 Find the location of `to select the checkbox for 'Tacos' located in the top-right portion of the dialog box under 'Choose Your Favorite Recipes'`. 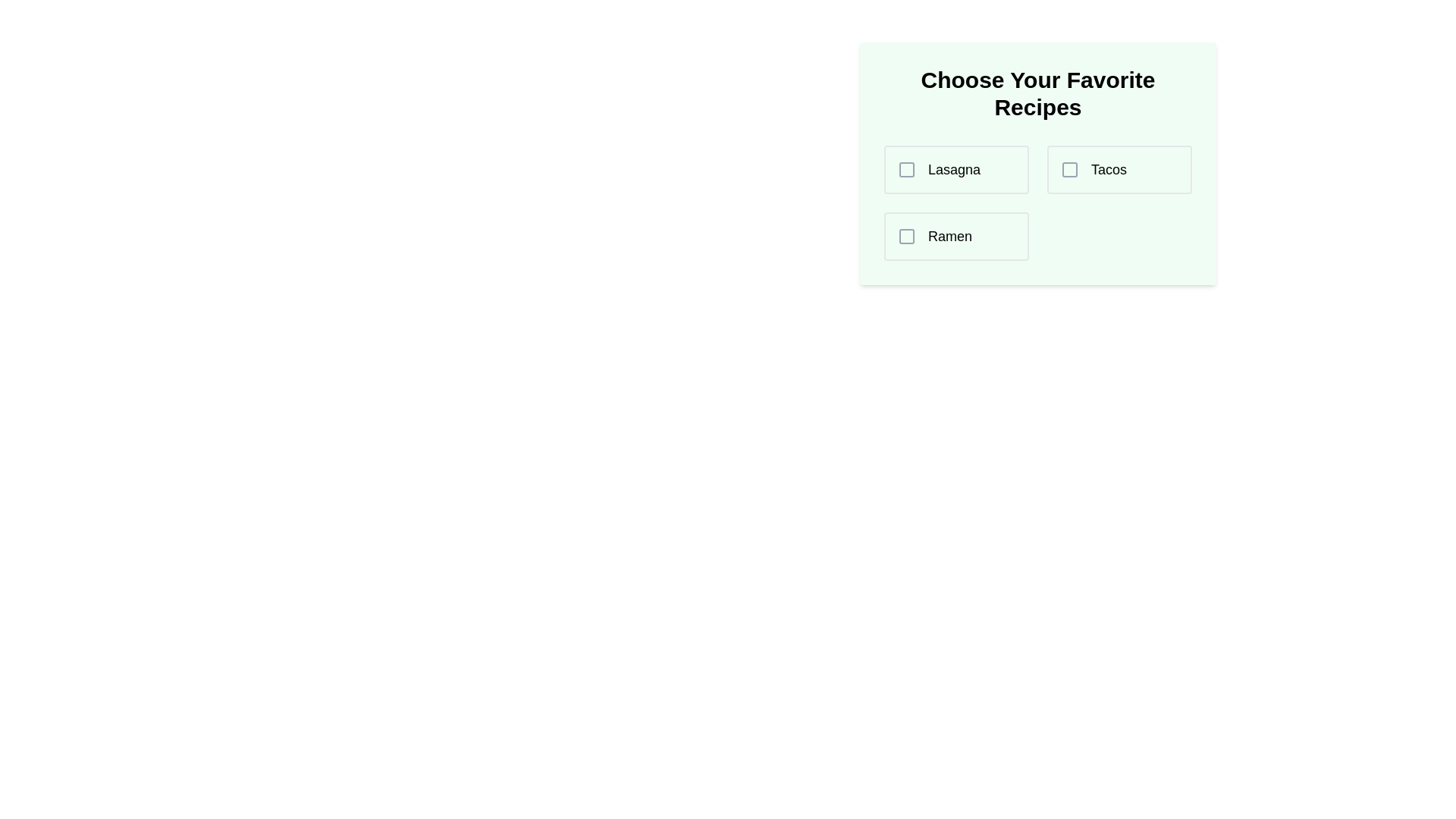

to select the checkbox for 'Tacos' located in the top-right portion of the dialog box under 'Choose Your Favorite Recipes' is located at coordinates (1069, 169).